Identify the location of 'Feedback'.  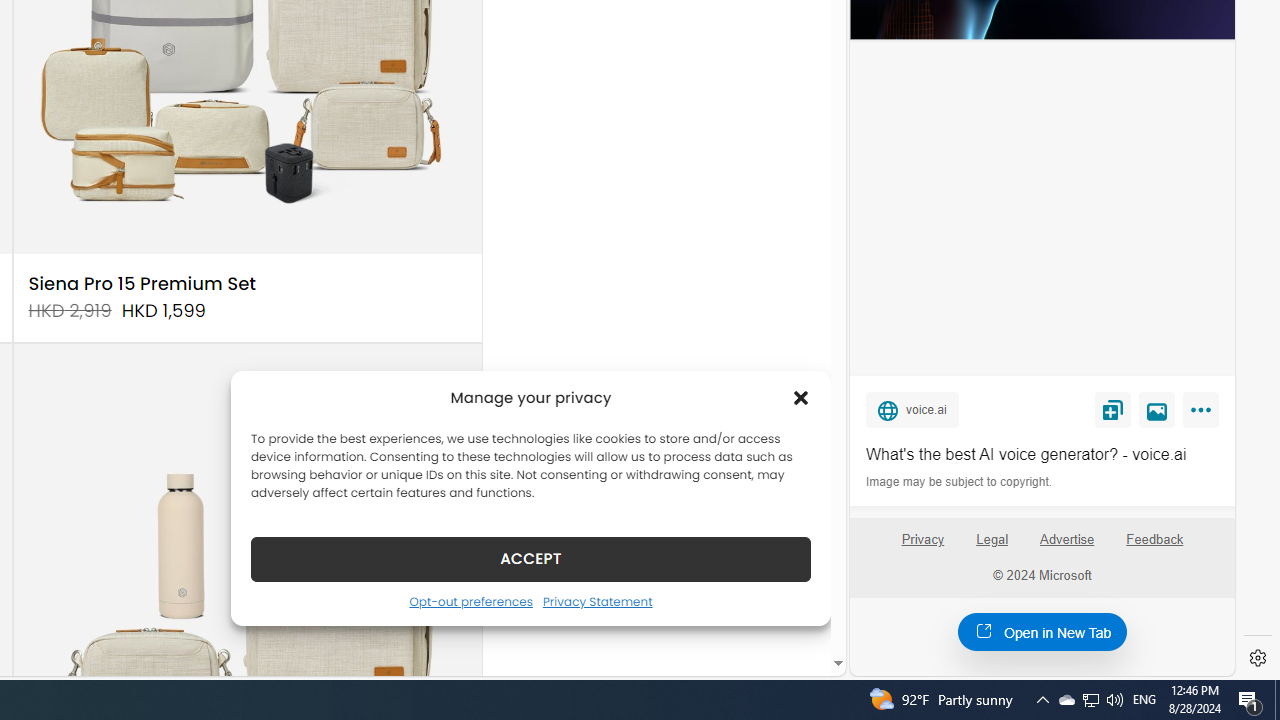
(1155, 547).